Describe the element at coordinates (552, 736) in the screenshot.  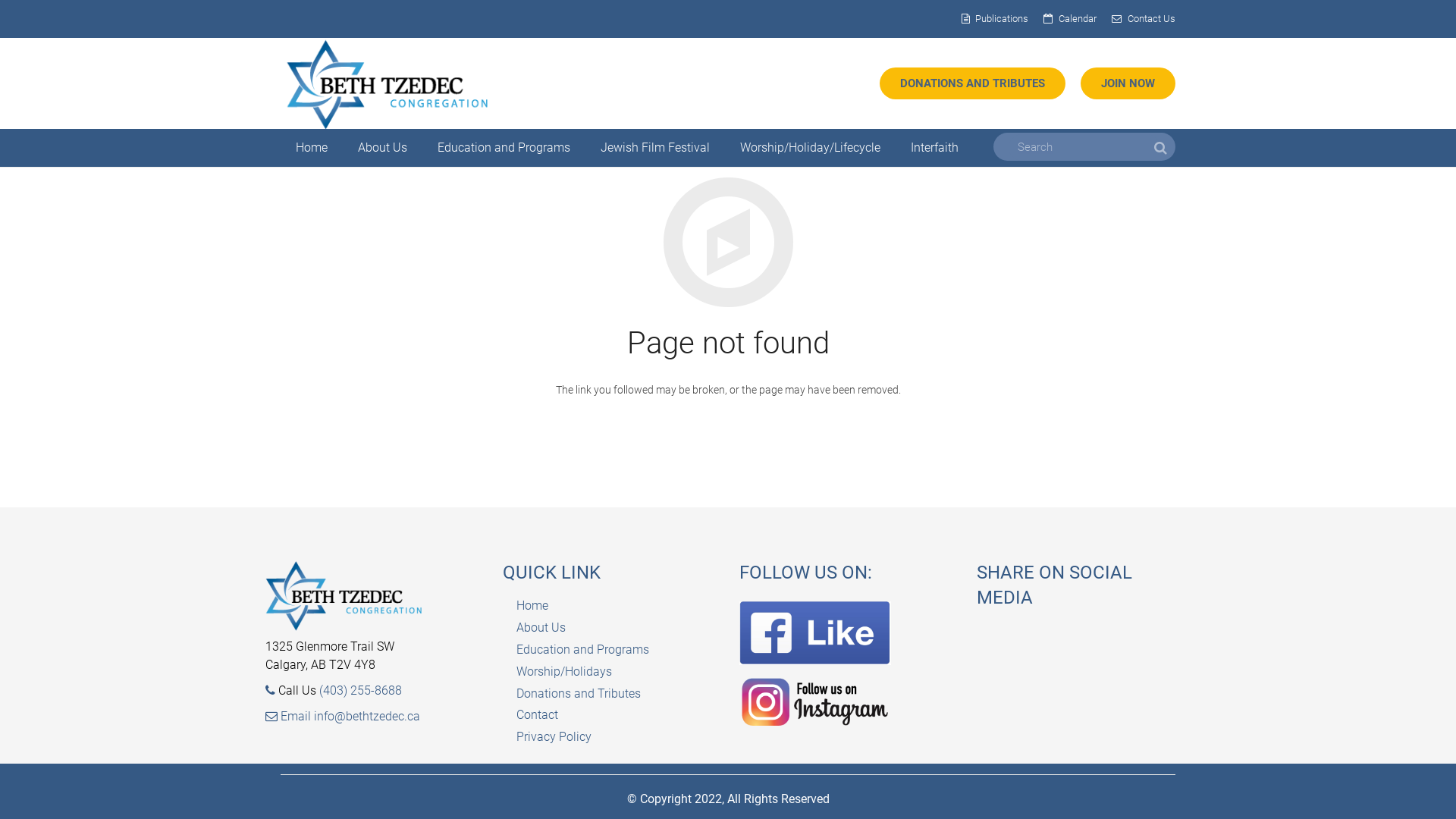
I see `'Privacy Policy'` at that location.